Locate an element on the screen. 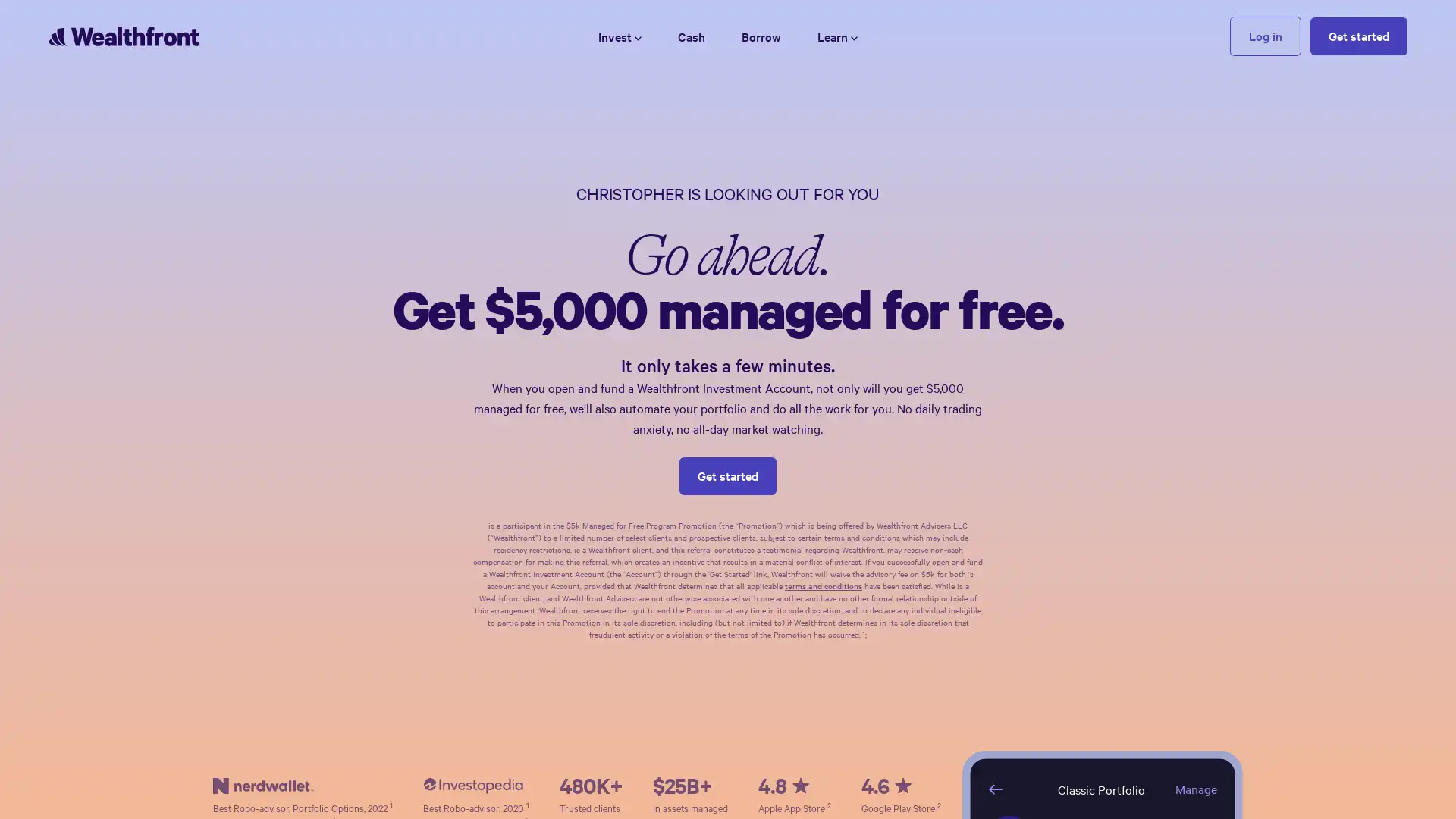 The height and width of the screenshot is (819, 1456). Learn is located at coordinates (836, 35).